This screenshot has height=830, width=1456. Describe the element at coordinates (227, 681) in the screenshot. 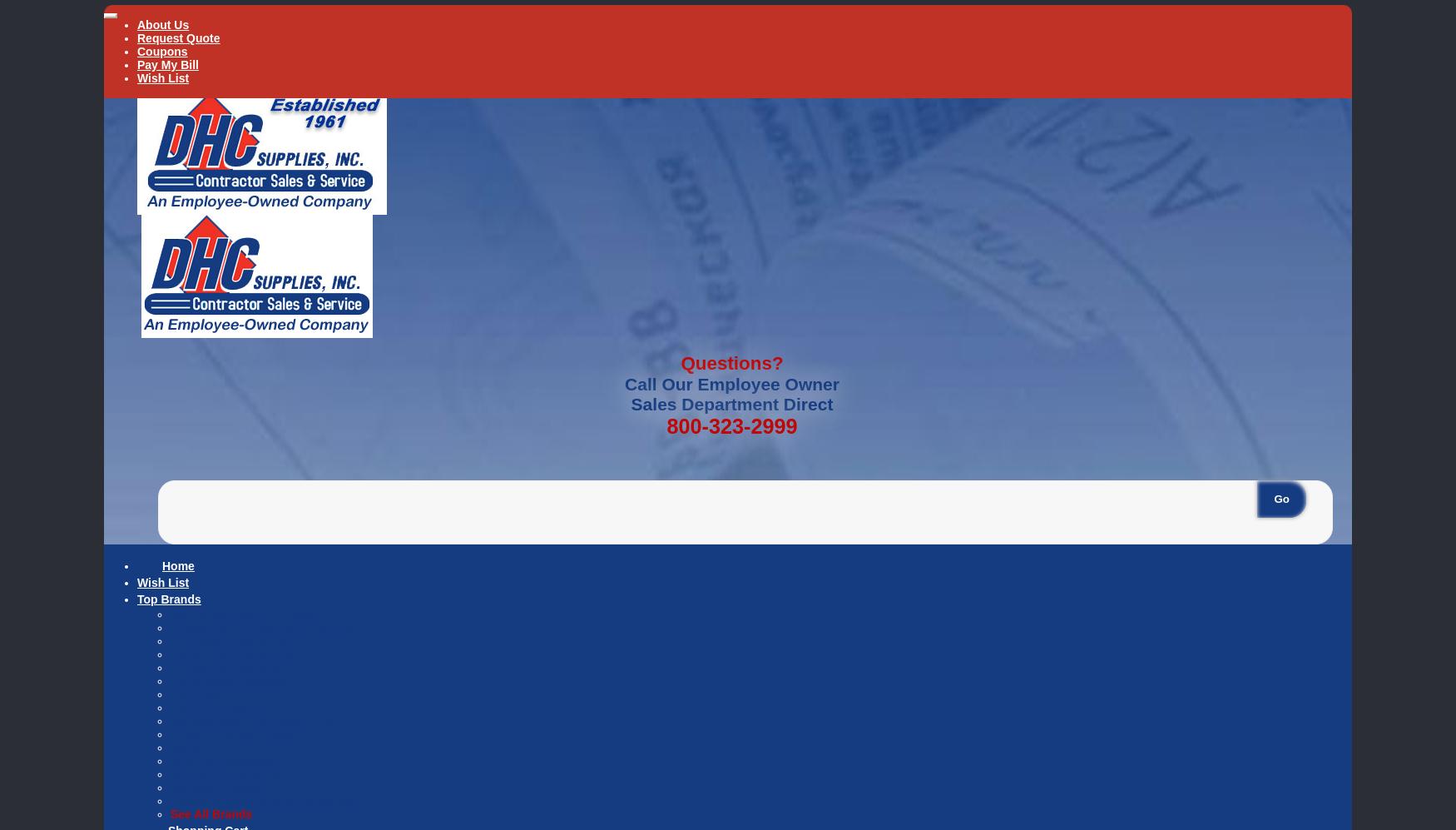

I see `'Edge Safety Eyewear'` at that location.